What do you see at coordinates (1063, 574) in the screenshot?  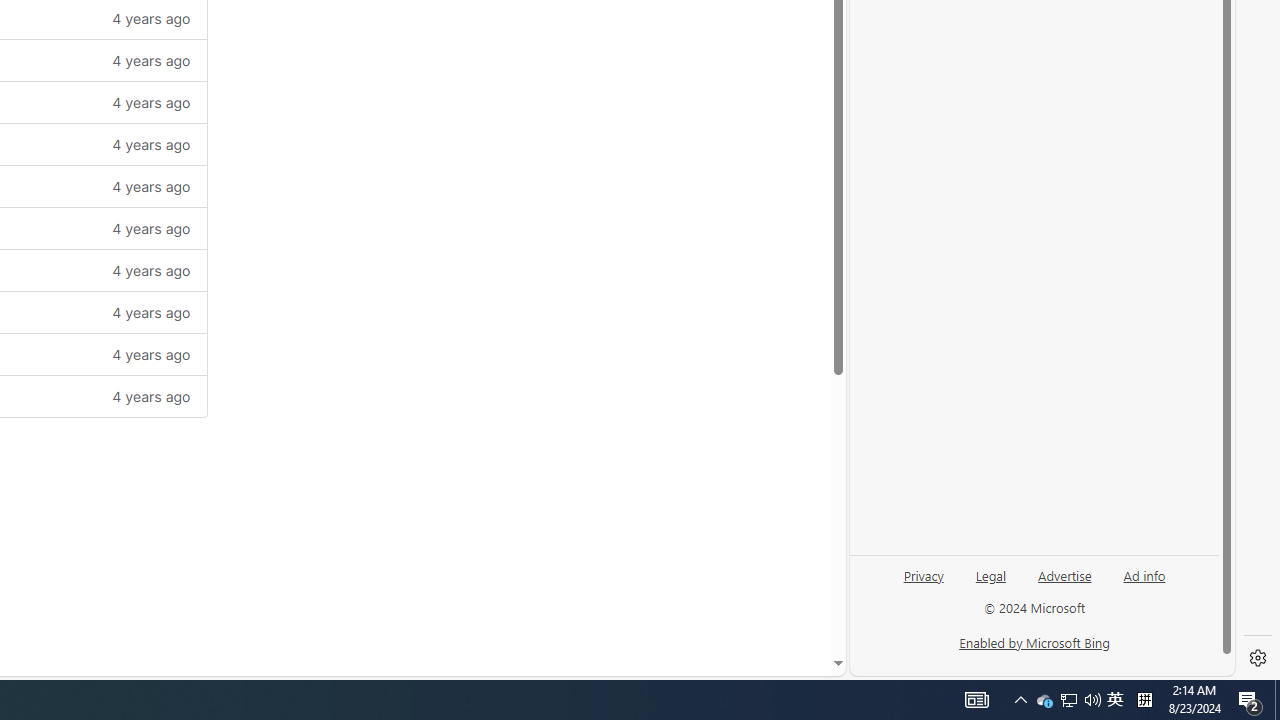 I see `'Advertise'` at bounding box center [1063, 574].